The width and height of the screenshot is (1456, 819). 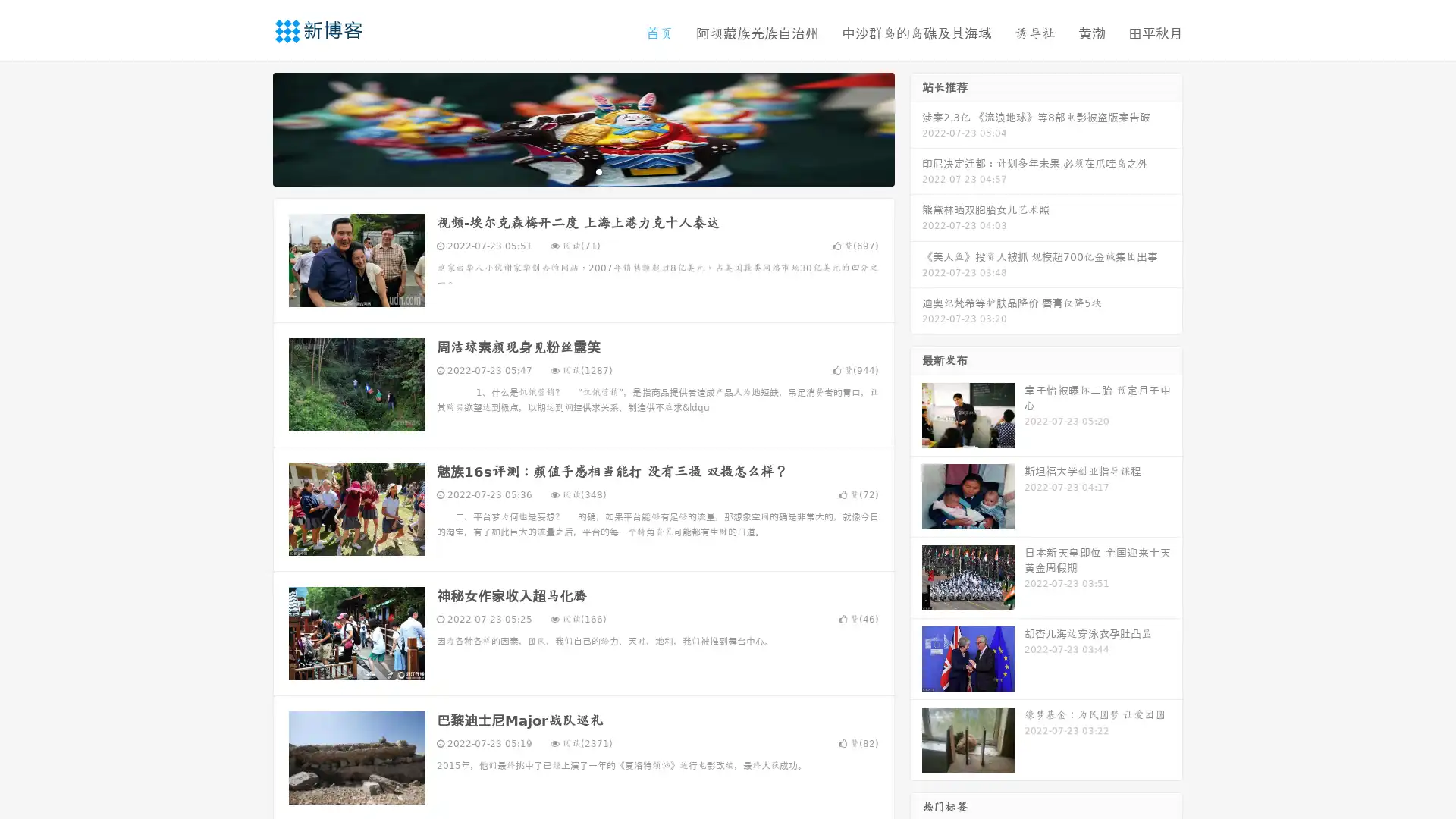 What do you see at coordinates (598, 171) in the screenshot?
I see `Go to slide 3` at bounding box center [598, 171].